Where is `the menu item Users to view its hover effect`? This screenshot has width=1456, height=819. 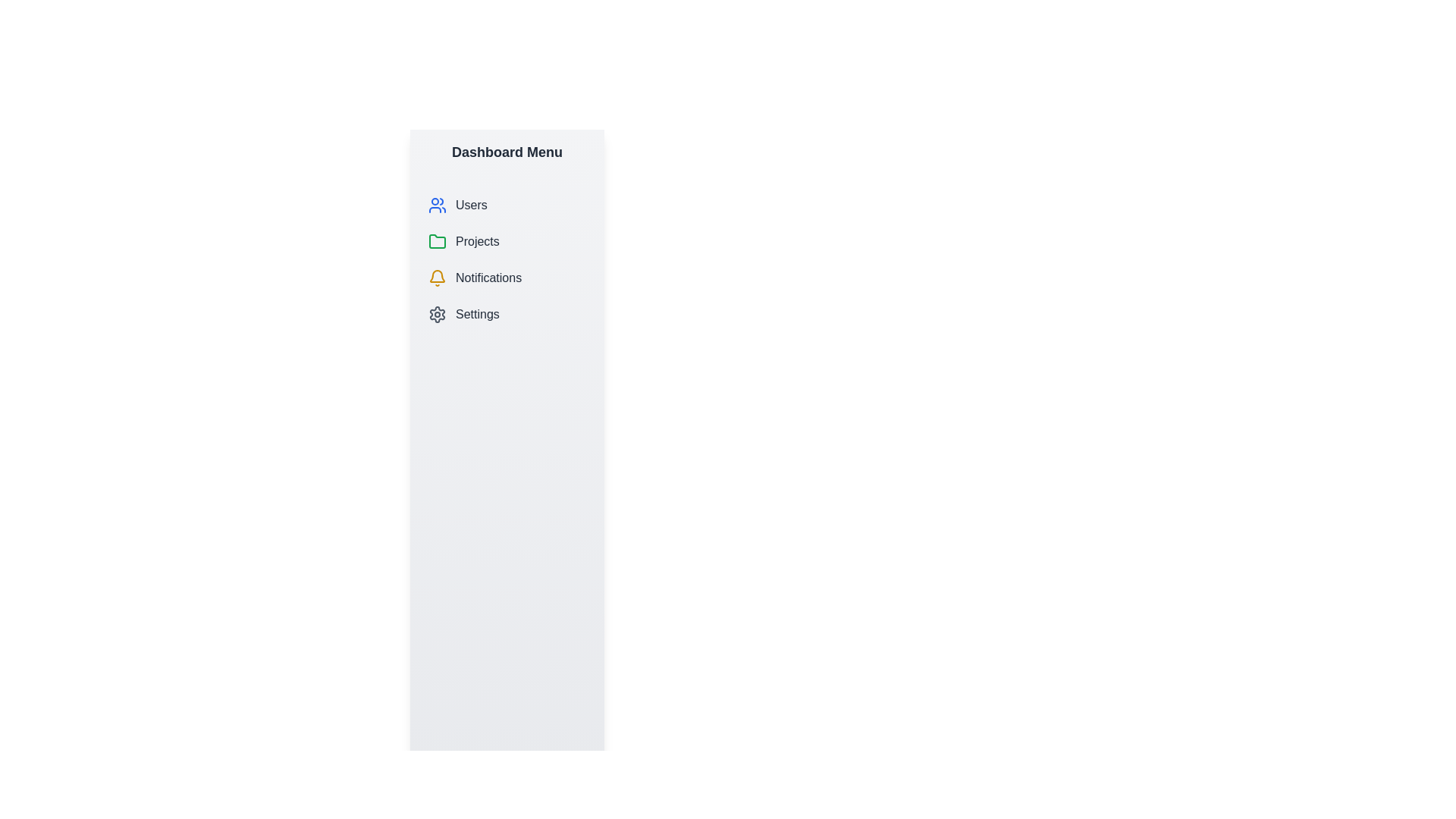
the menu item Users to view its hover effect is located at coordinates (507, 205).